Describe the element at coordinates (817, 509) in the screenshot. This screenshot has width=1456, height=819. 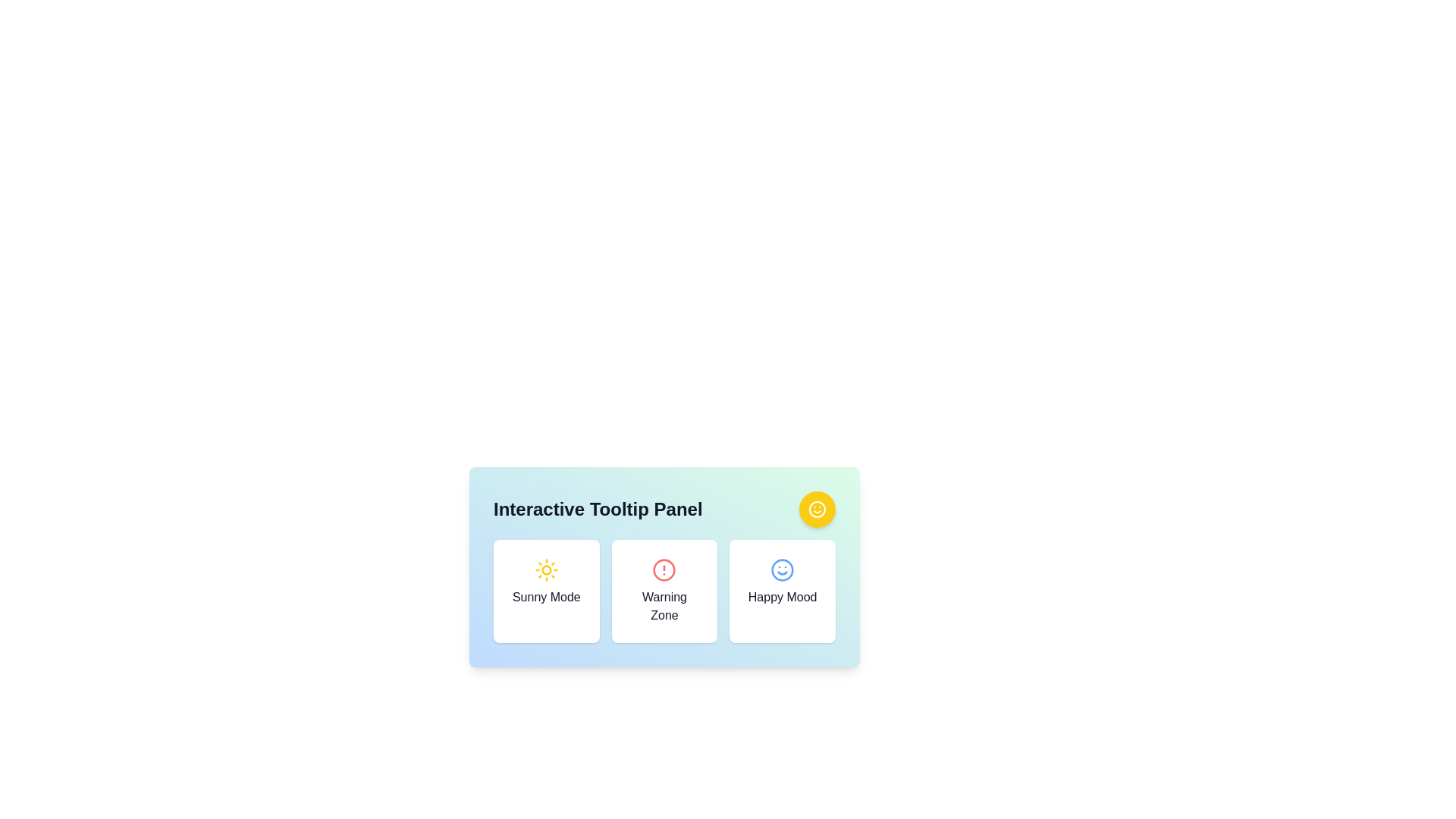
I see `the SVG circle element that is part of the smiling face icon located in the top-right corner of the 'Interactive Tooltip Panel'` at that location.